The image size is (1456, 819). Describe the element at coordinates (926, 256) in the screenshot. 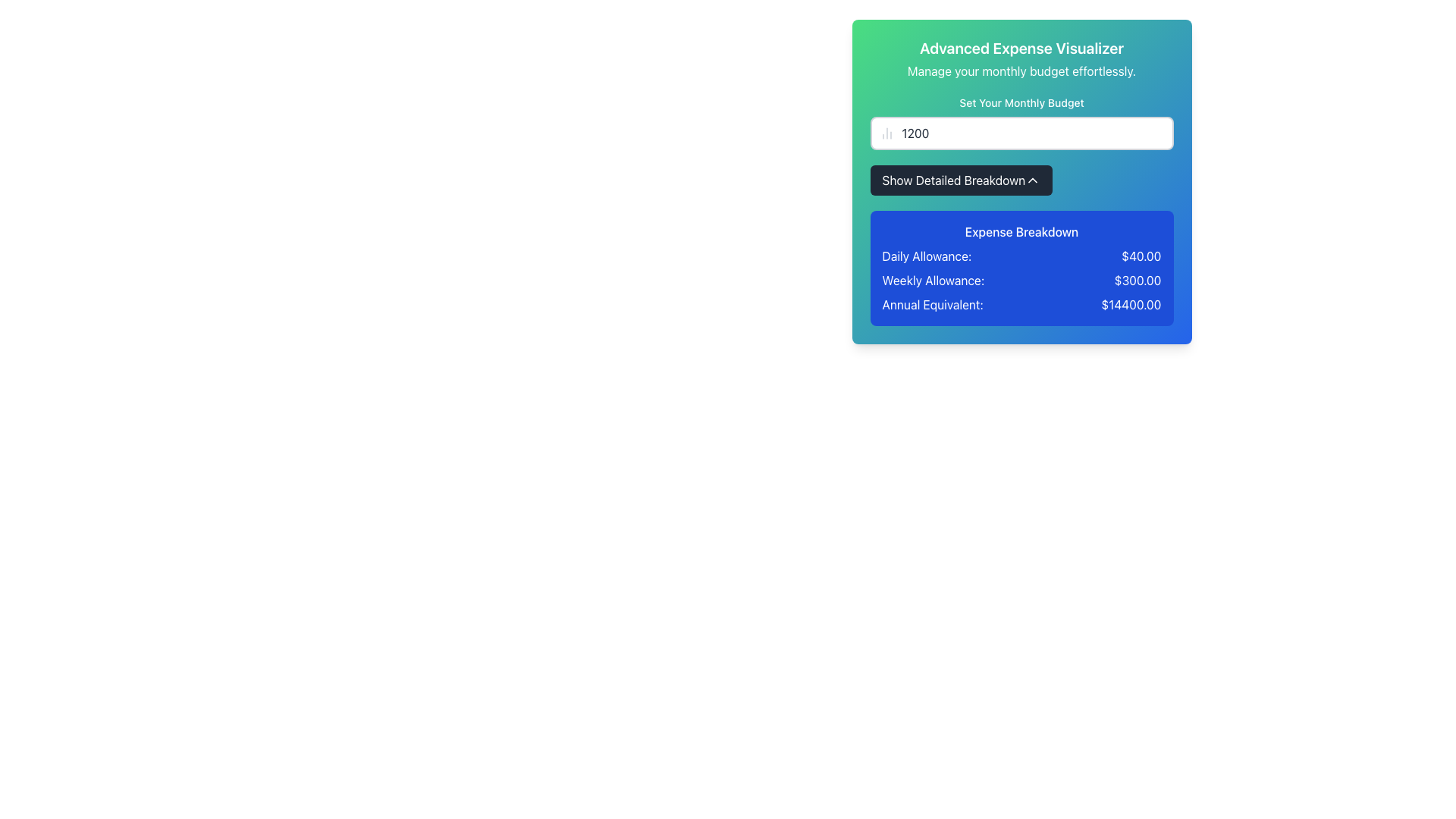

I see `the text label that reads 'Daily Allowance:' which is styled with white text on a blue background, located in the top-left corner of the 'Expense Breakdown' section` at that location.